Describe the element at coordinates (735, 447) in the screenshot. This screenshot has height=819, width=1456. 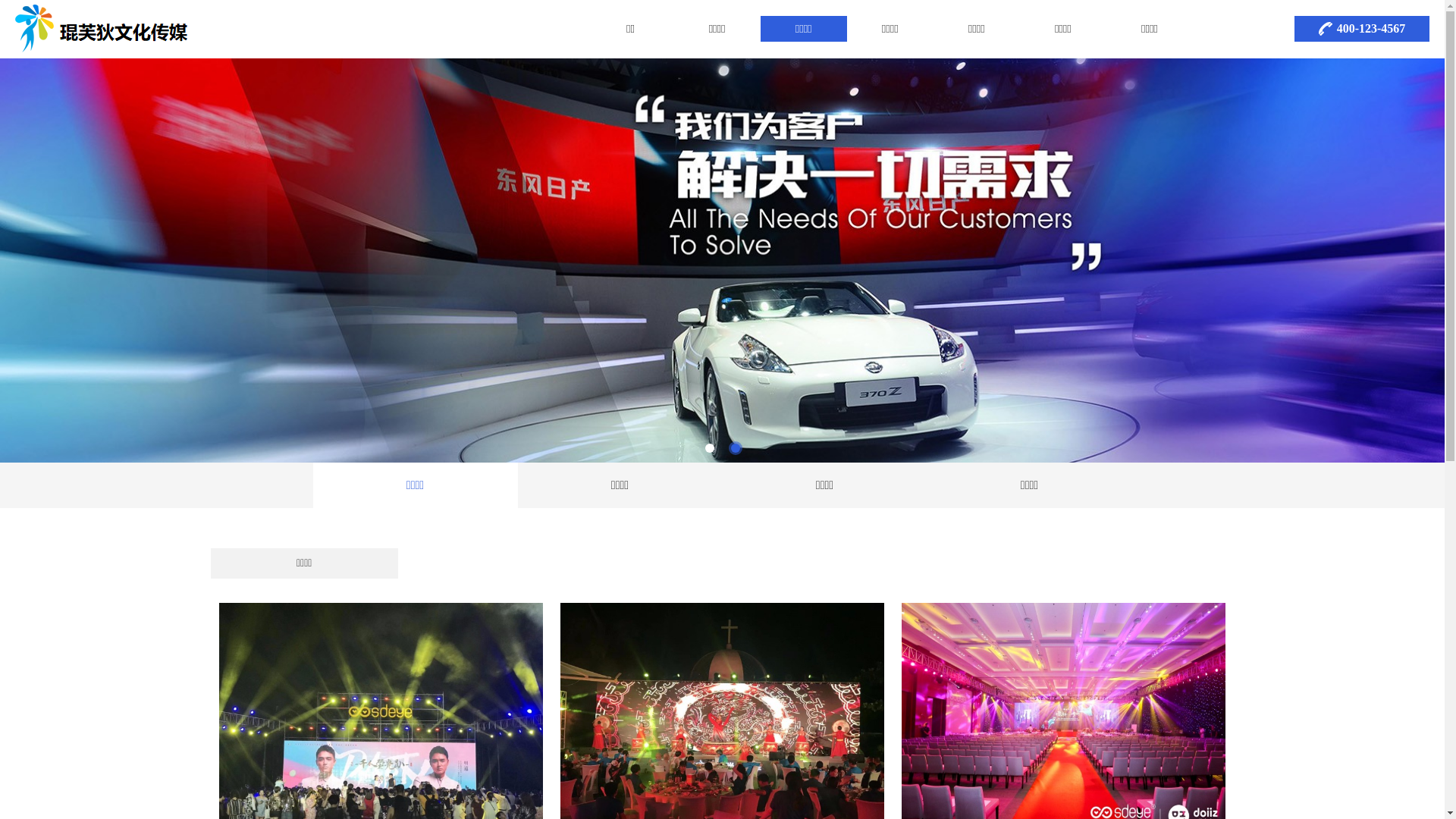
I see `'2'` at that location.